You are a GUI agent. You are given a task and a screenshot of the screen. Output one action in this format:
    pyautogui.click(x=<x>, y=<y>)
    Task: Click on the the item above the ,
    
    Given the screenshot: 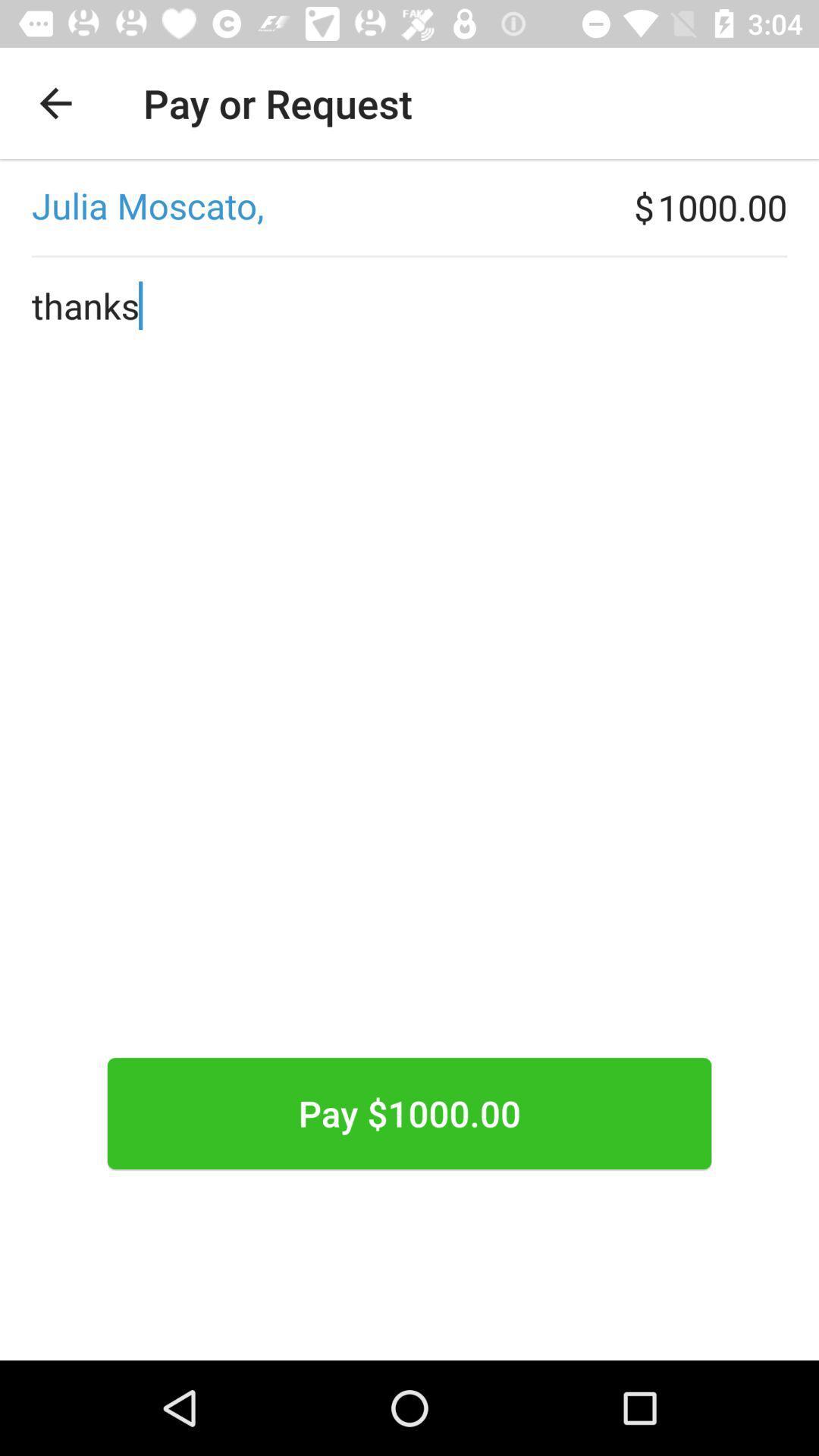 What is the action you would take?
    pyautogui.click(x=55, y=102)
    